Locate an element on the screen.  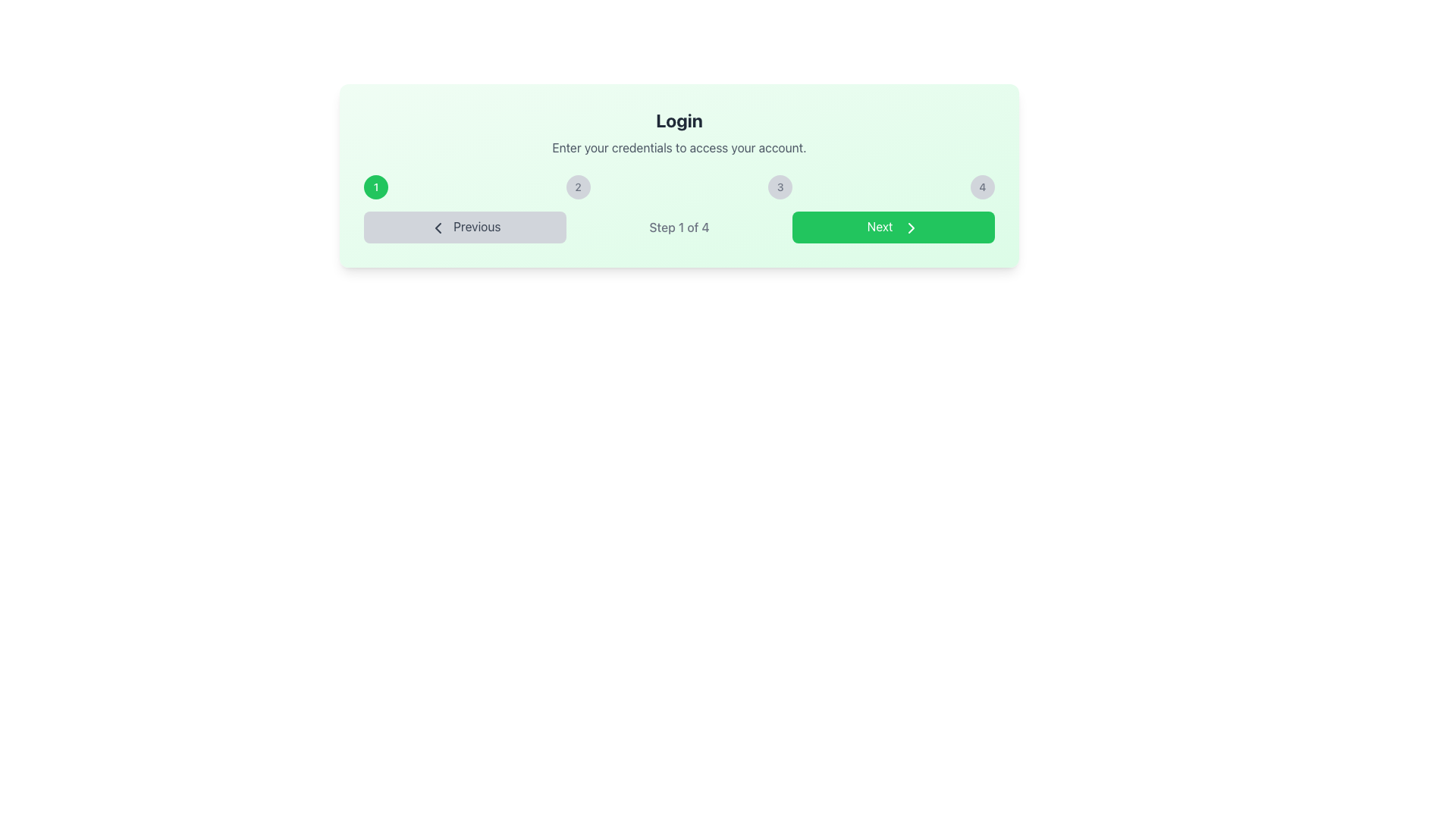
the first numerical button in a sequence of four that represents the first step in a process is located at coordinates (375, 186).